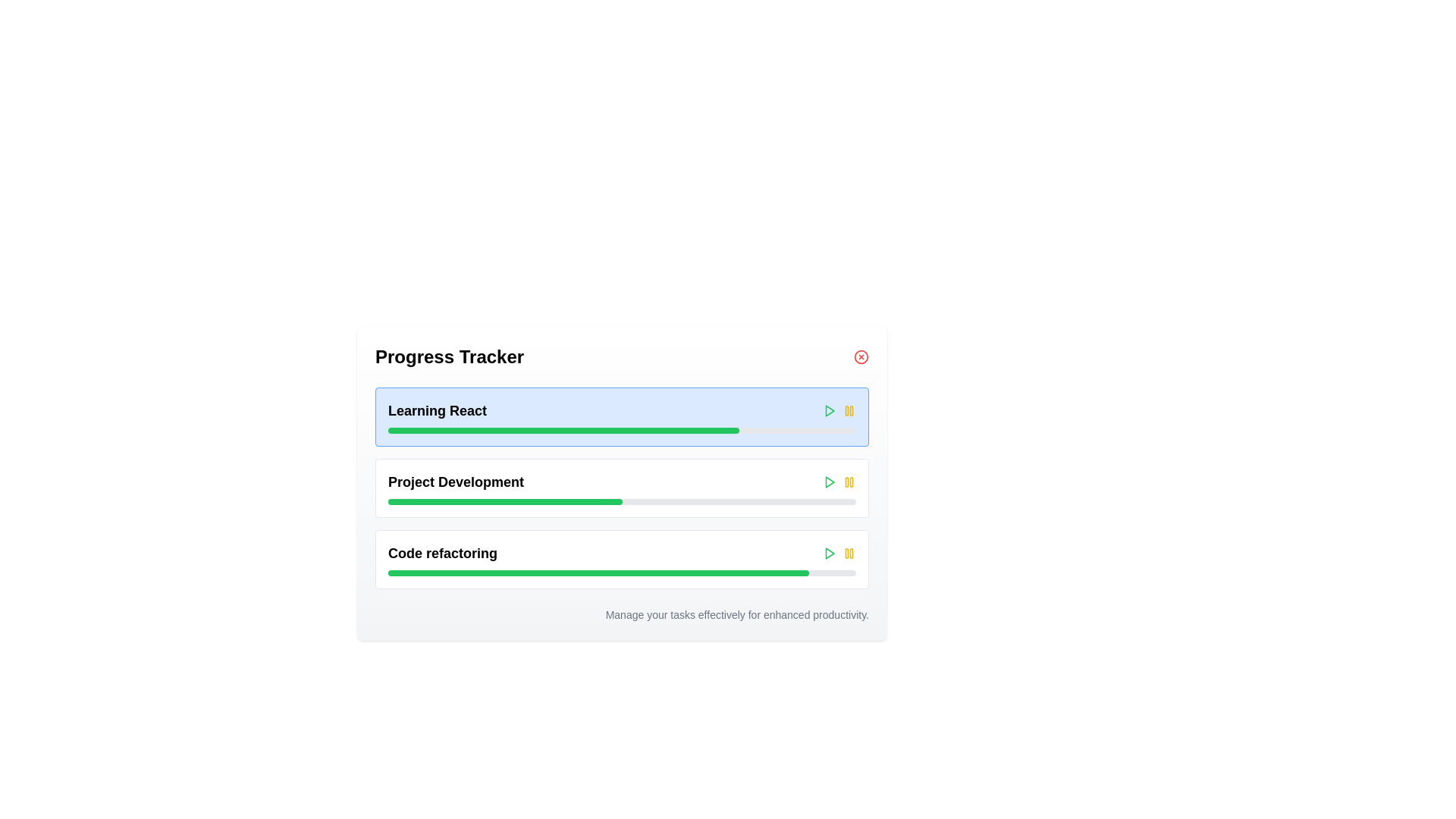 The height and width of the screenshot is (819, 1456). Describe the element at coordinates (622, 573) in the screenshot. I see `the progress bar indicating the completion of the 'Code refactoring' task, located under the header 'Code refactoring' in the third section of the progress tracking list` at that location.